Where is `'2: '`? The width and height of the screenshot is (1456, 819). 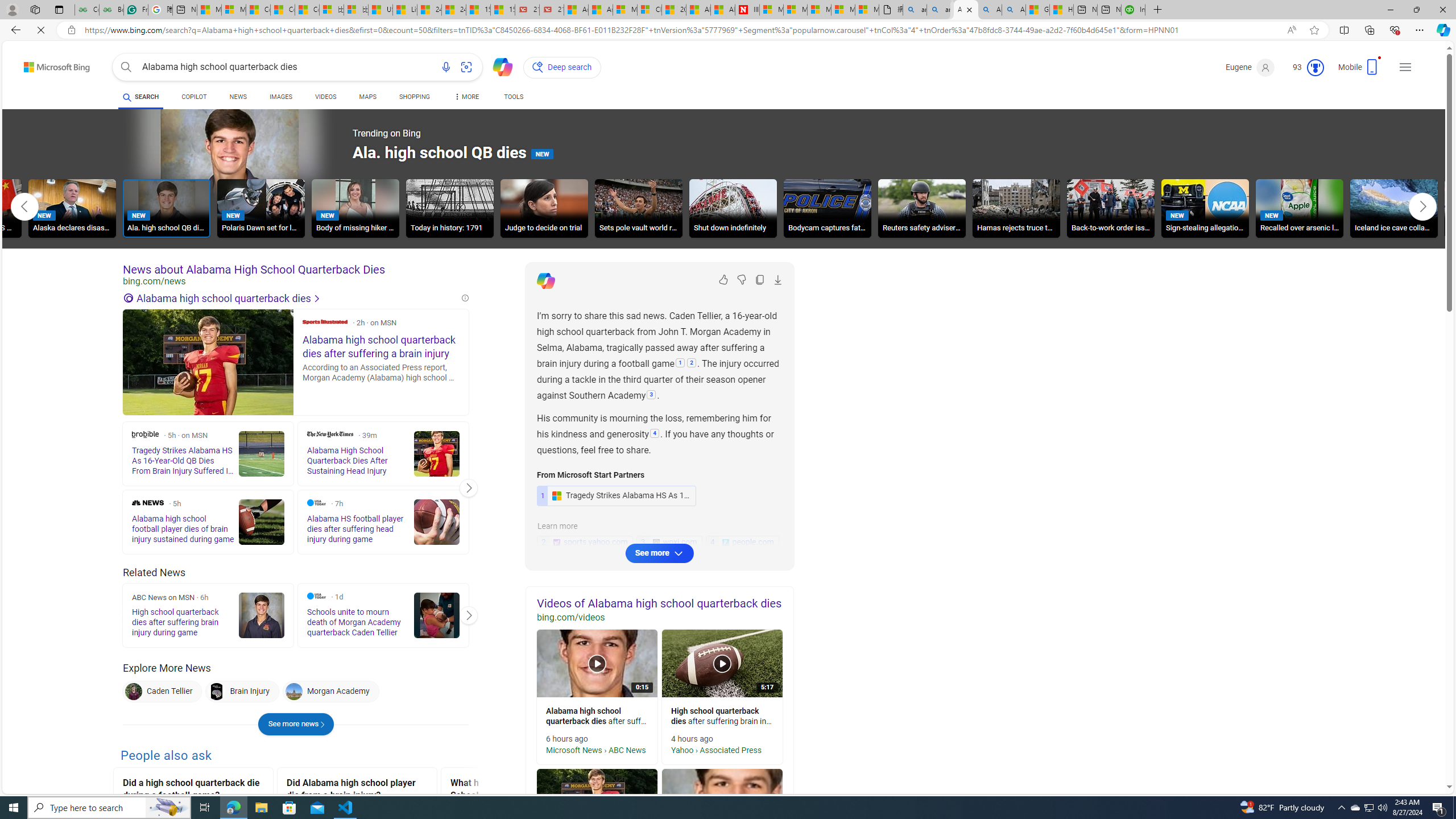
'2: ' is located at coordinates (691, 363).